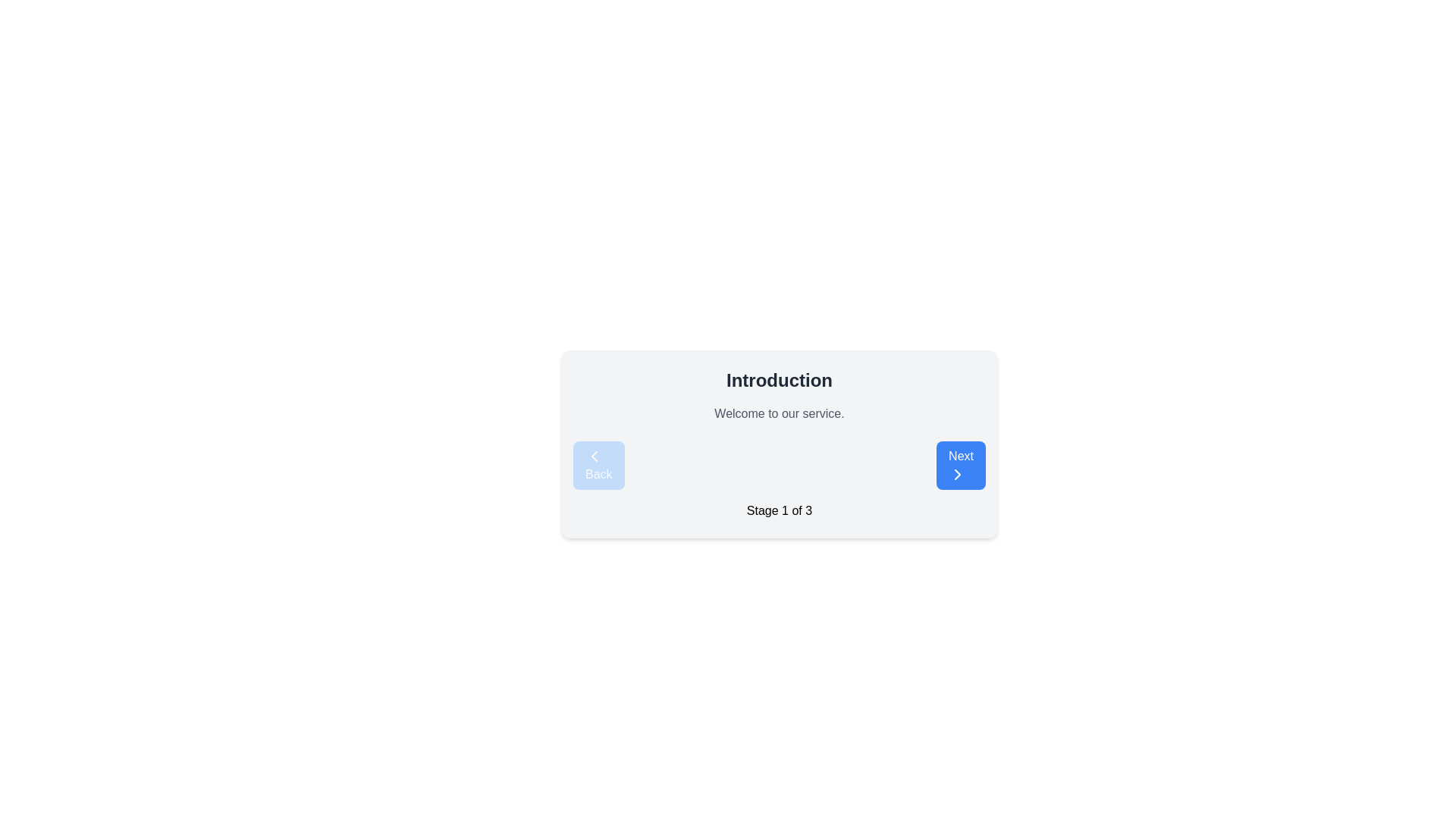 The image size is (1456, 819). What do you see at coordinates (598, 464) in the screenshot?
I see `the backward navigation button located at the bottom-left corner of the interface` at bounding box center [598, 464].